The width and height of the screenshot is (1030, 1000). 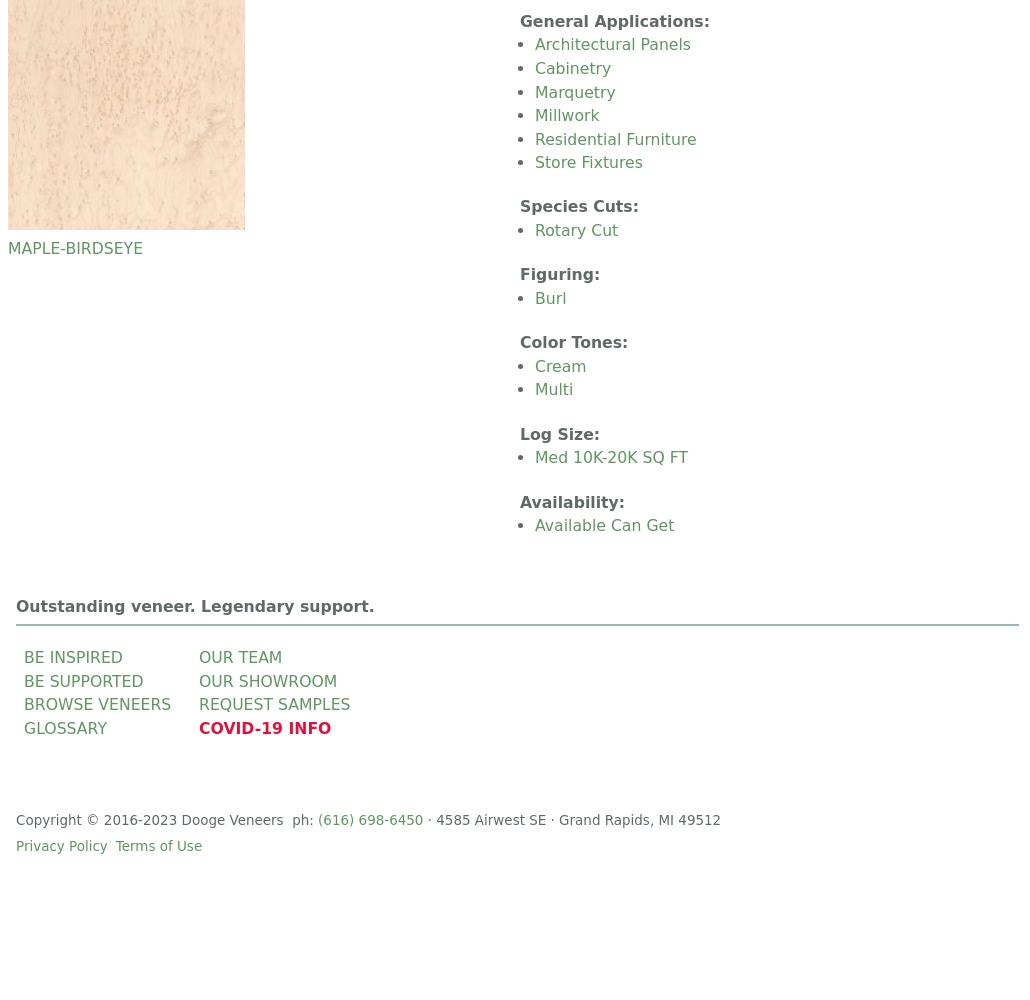 I want to click on 'Burl', so click(x=550, y=297).